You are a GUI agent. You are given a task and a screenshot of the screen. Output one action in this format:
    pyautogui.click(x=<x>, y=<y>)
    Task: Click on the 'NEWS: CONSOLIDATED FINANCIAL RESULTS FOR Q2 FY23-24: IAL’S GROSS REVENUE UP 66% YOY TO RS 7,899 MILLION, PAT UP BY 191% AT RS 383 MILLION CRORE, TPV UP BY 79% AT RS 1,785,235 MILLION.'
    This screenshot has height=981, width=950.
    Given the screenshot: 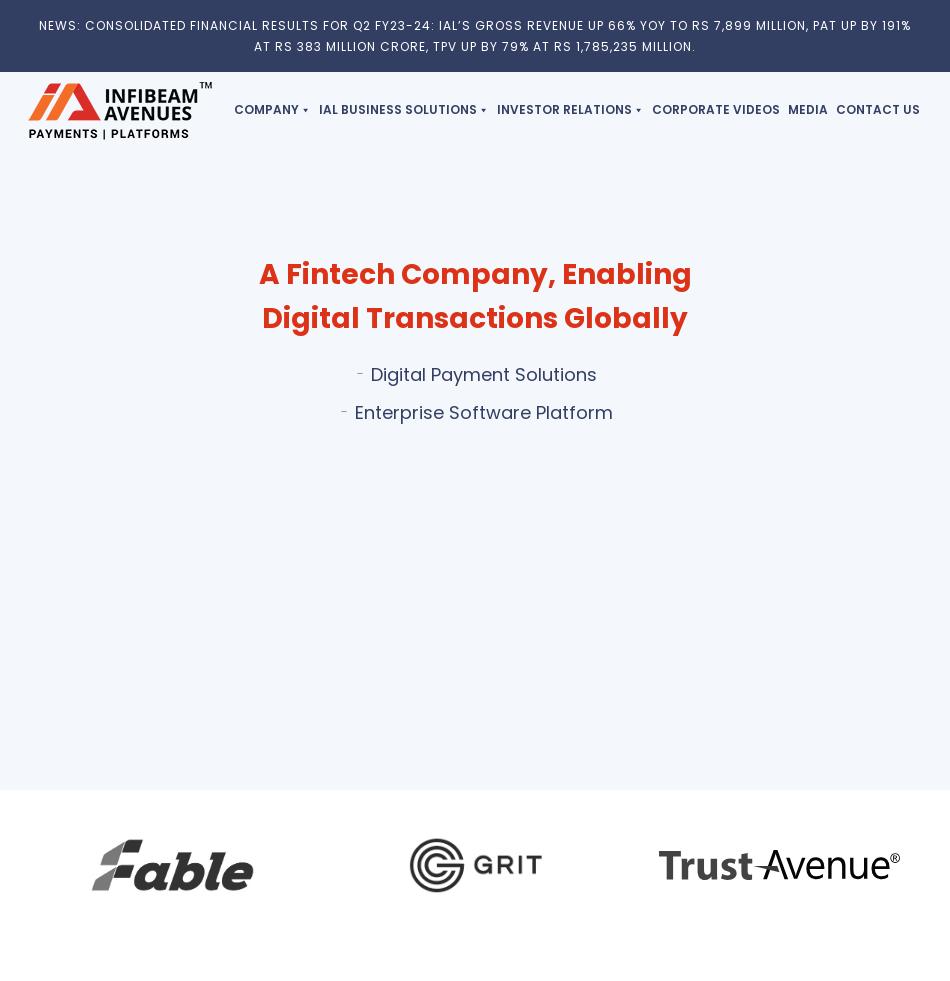 What is the action you would take?
    pyautogui.click(x=475, y=35)
    